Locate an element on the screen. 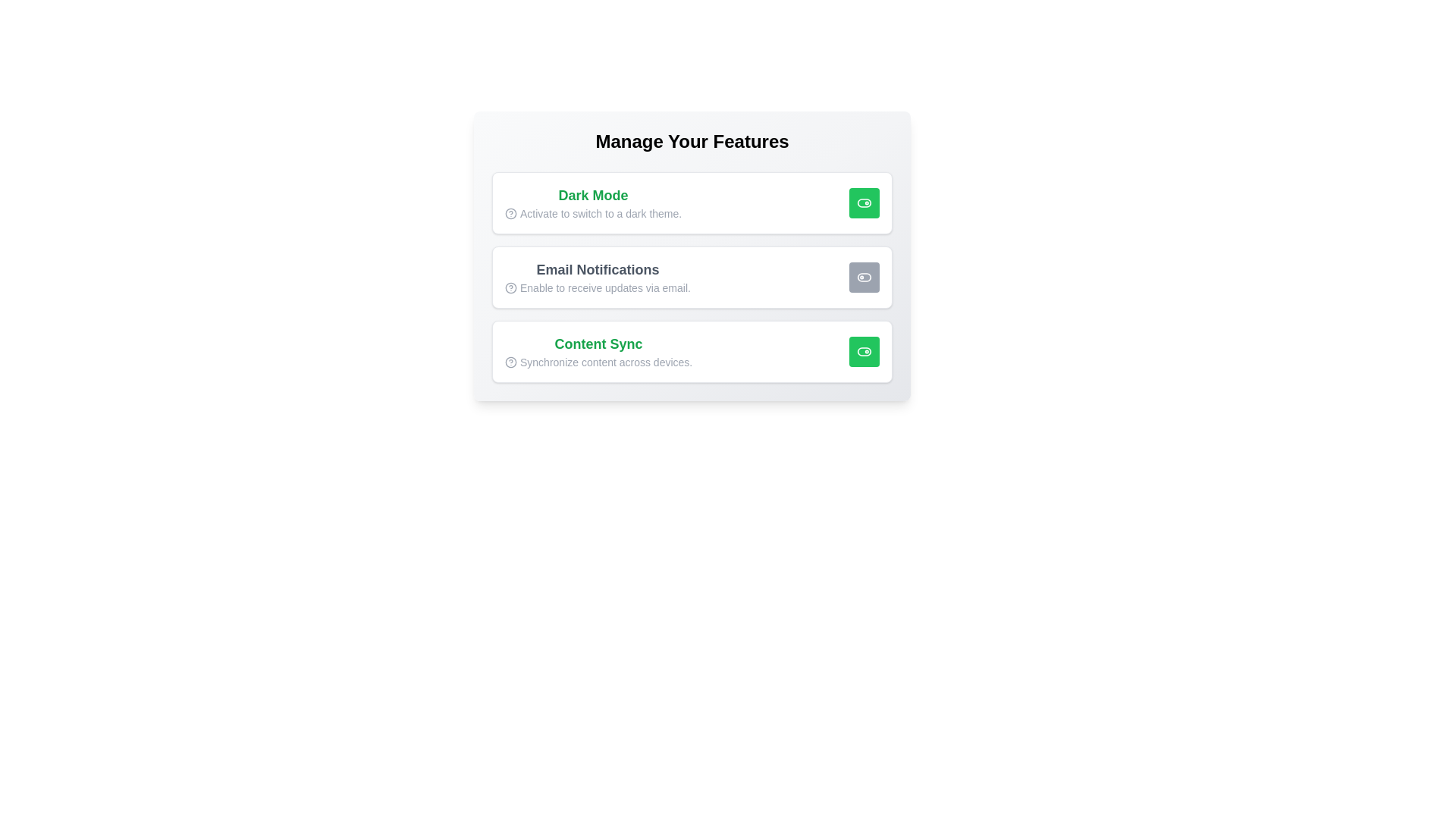  the text Dark Mode by selecting it is located at coordinates (592, 195).